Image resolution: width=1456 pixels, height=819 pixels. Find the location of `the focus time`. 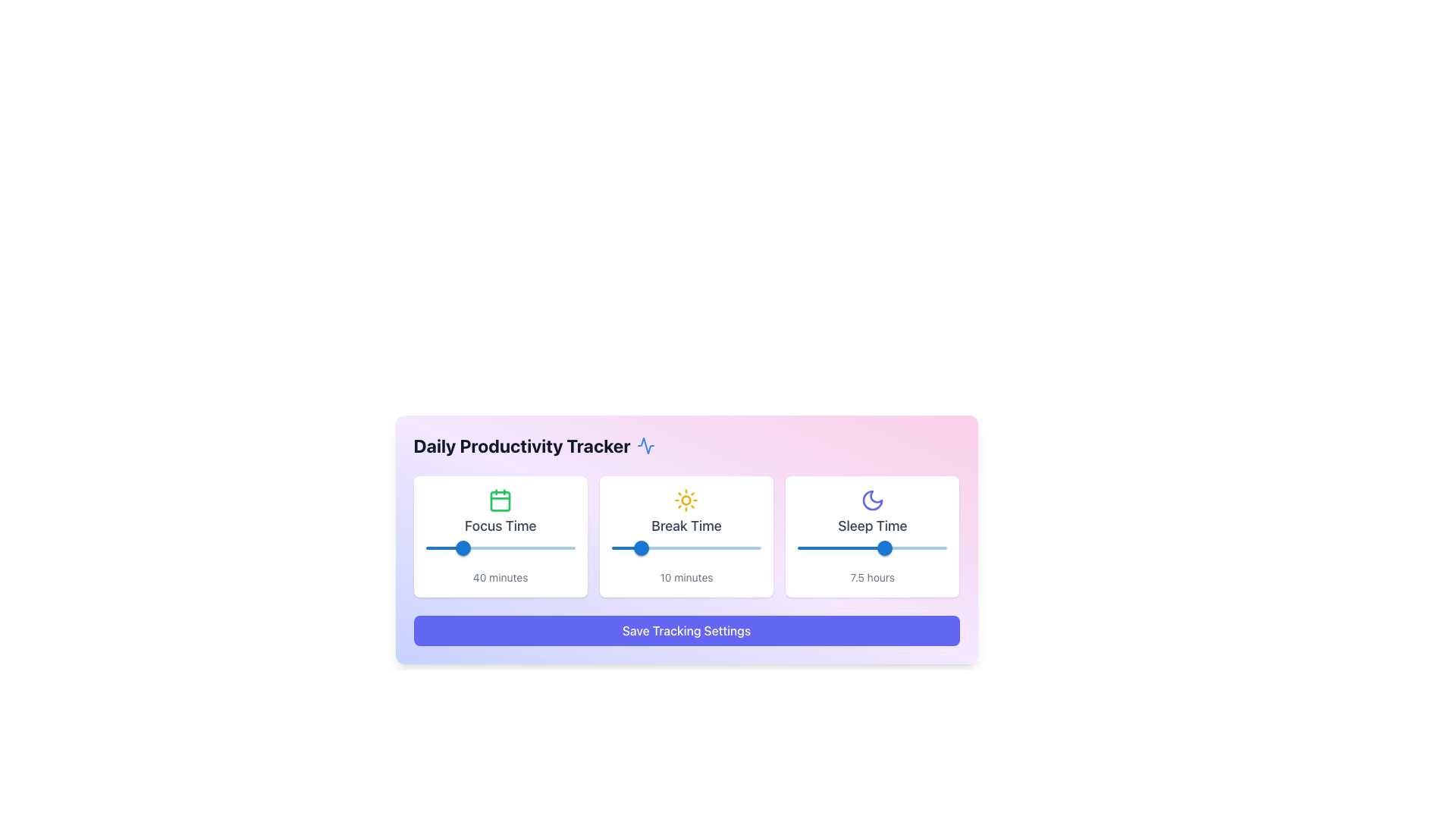

the focus time is located at coordinates (510, 548).